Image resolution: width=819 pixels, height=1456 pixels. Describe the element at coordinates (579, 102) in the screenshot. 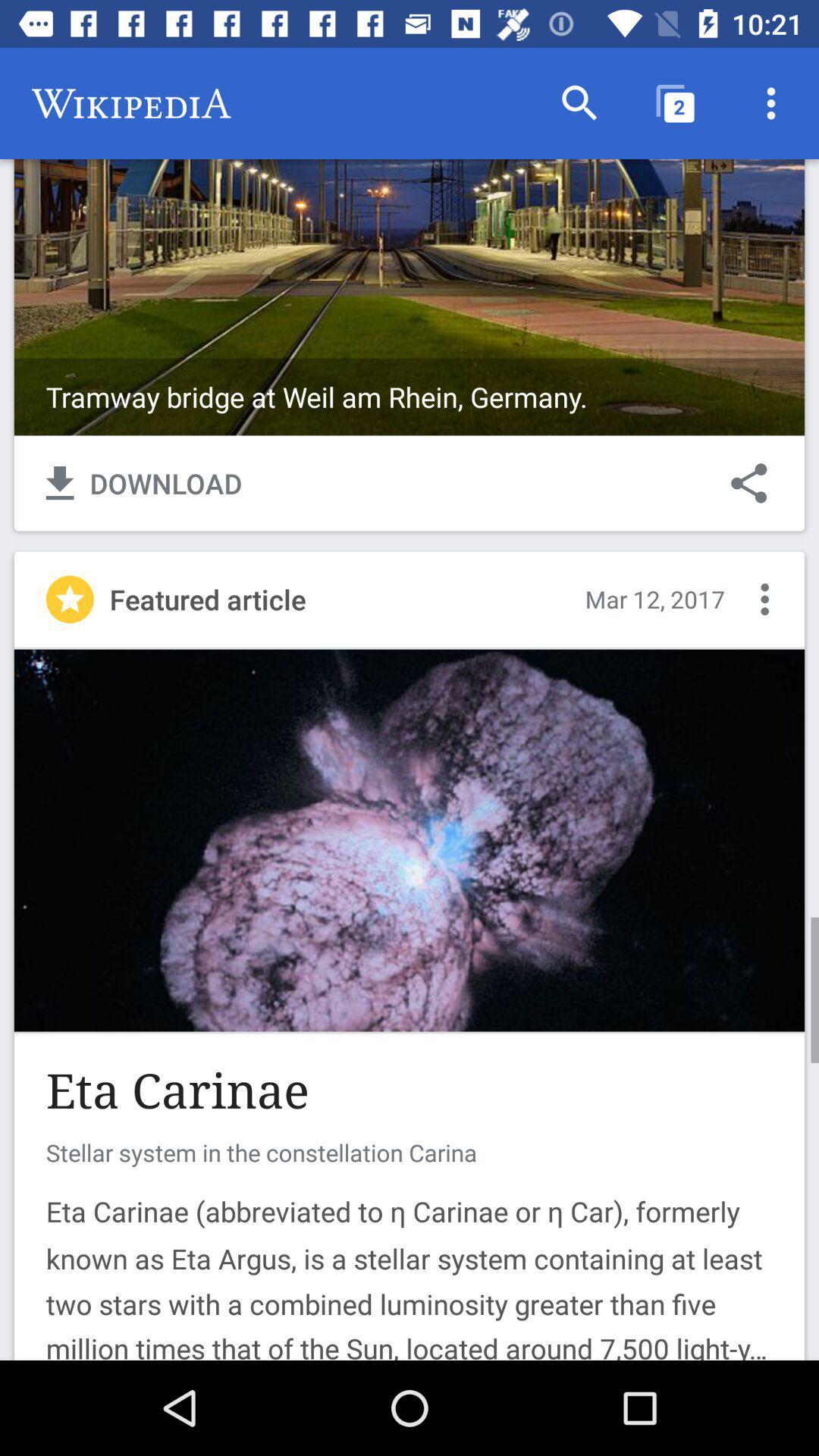

I see `the item above tramway bridge at icon` at that location.